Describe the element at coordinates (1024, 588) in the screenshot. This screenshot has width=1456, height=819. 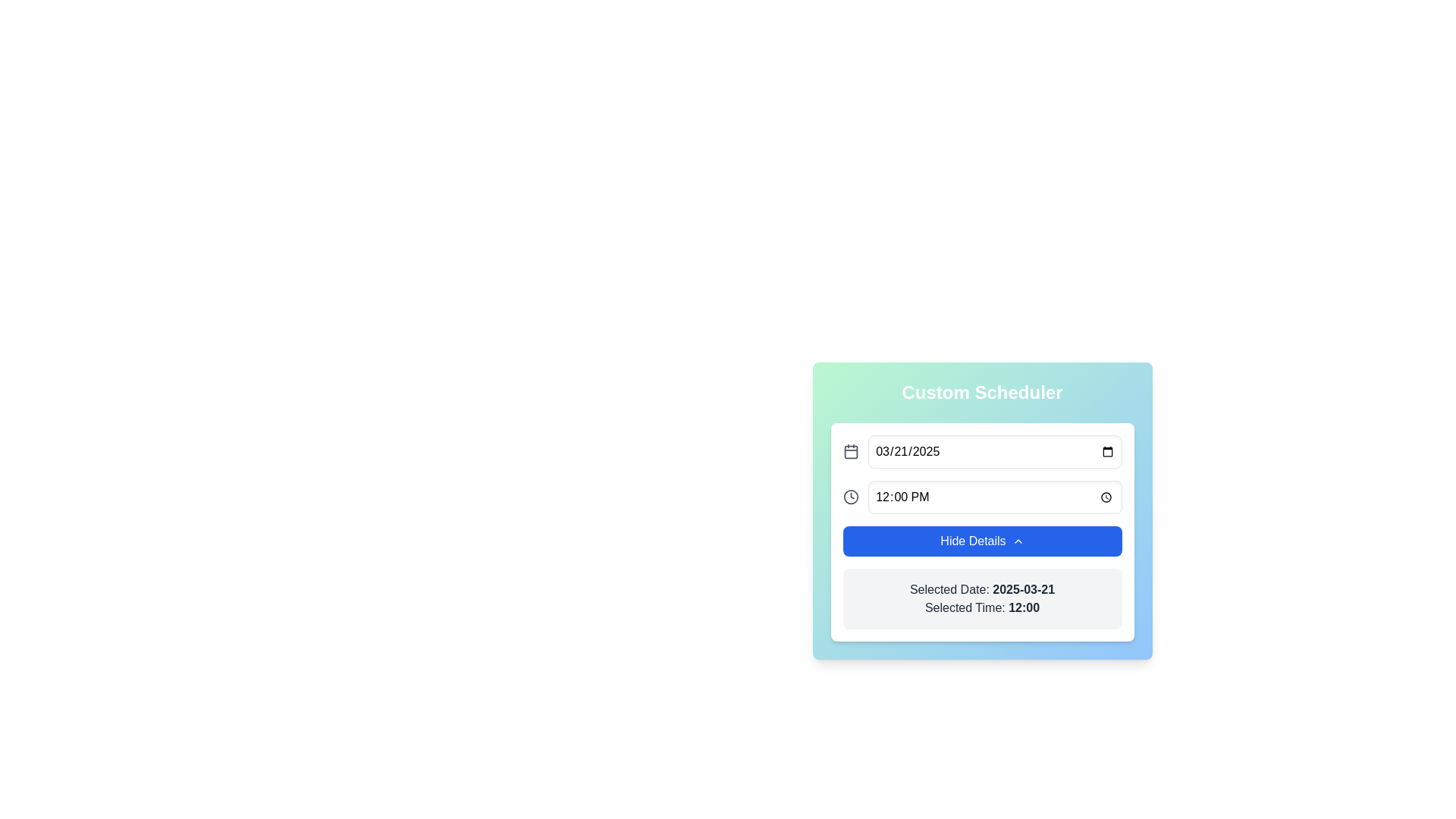
I see `the Text label displaying '2025-03-21' in bold font, located within the 'Custom Scheduler' interface` at that location.